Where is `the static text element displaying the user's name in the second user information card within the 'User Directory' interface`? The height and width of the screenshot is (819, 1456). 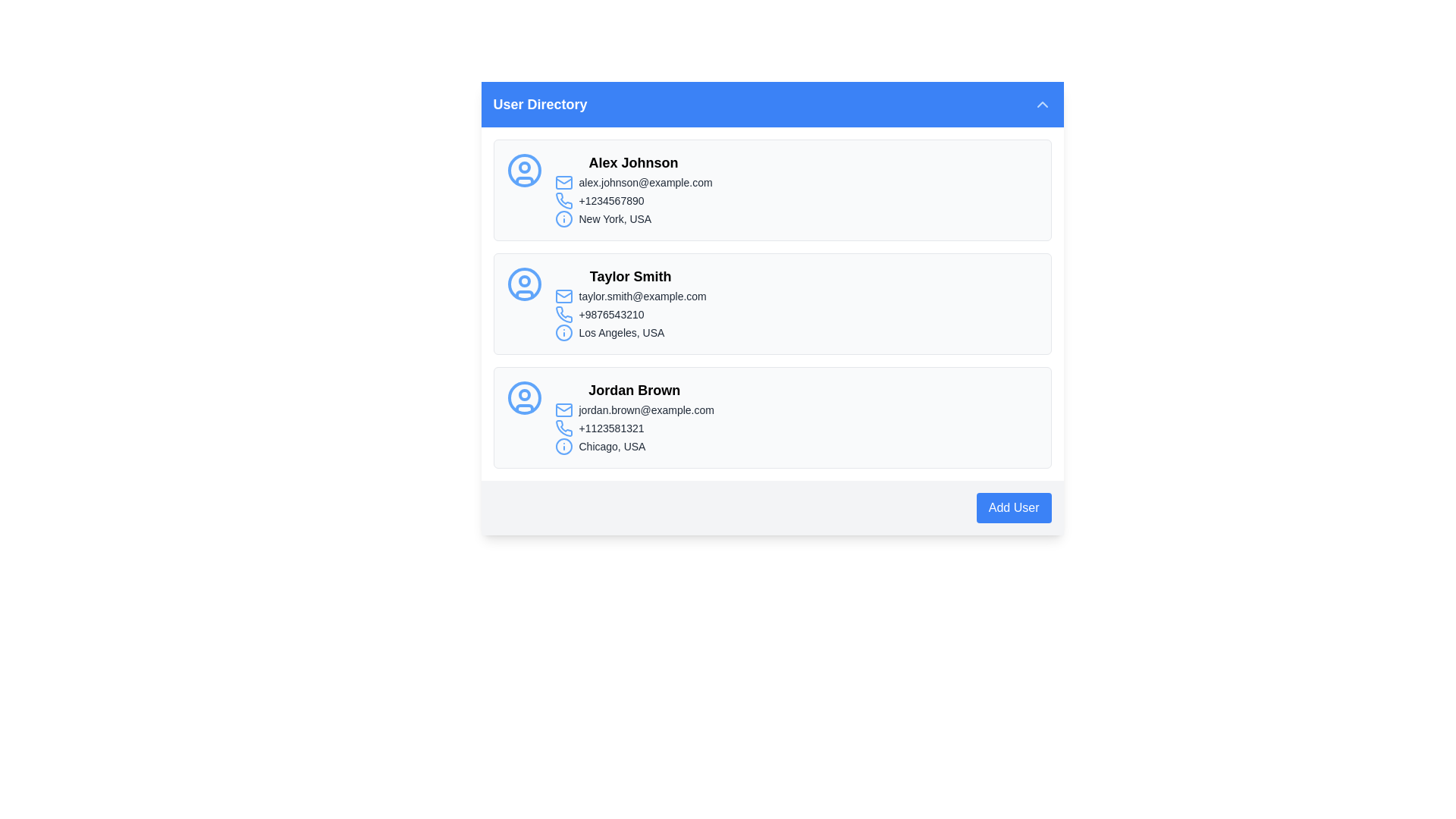 the static text element displaying the user's name in the second user information card within the 'User Directory' interface is located at coordinates (630, 277).